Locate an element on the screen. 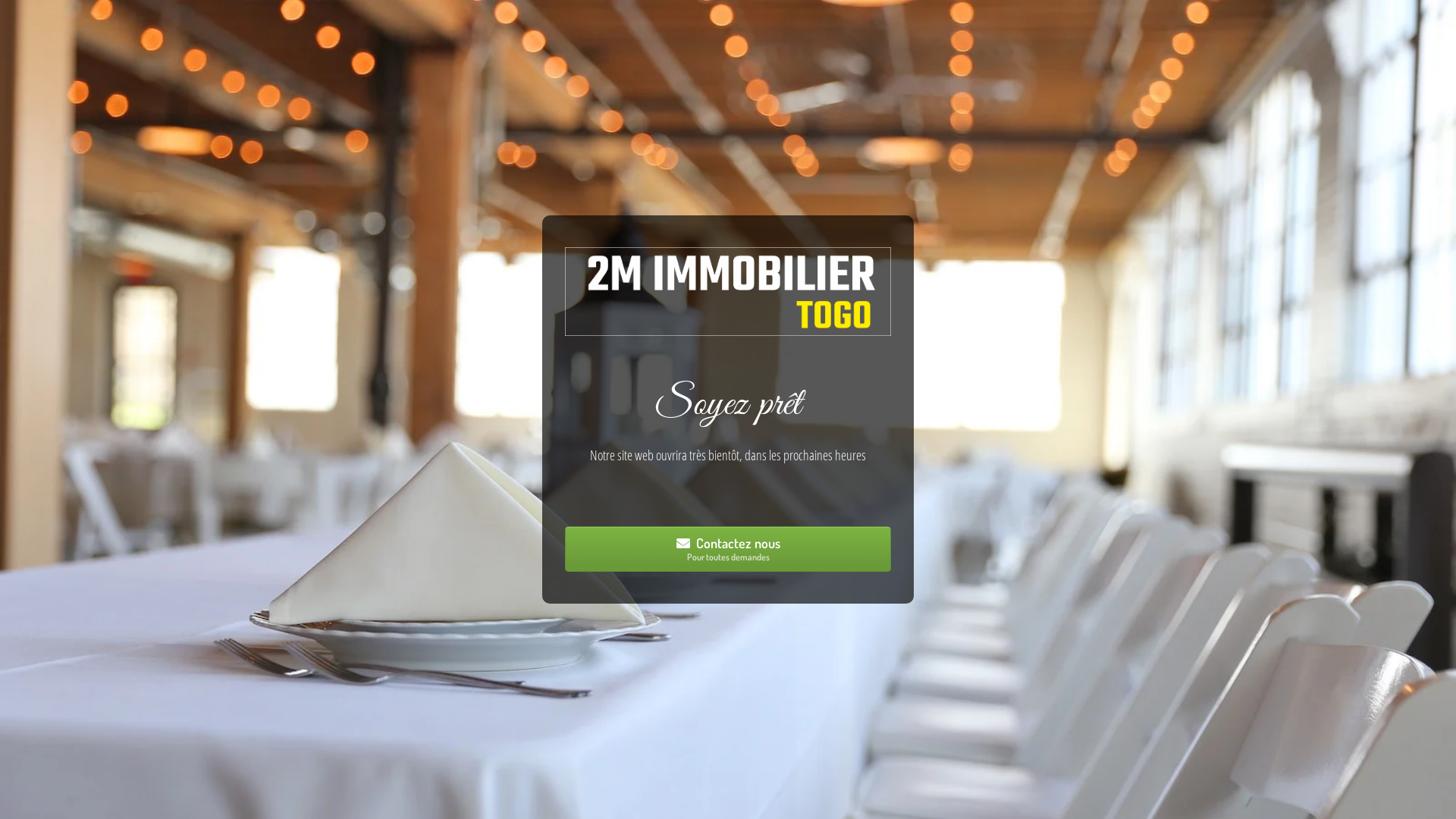 The width and height of the screenshot is (1456, 819). 'Contactez nous is located at coordinates (728, 549).